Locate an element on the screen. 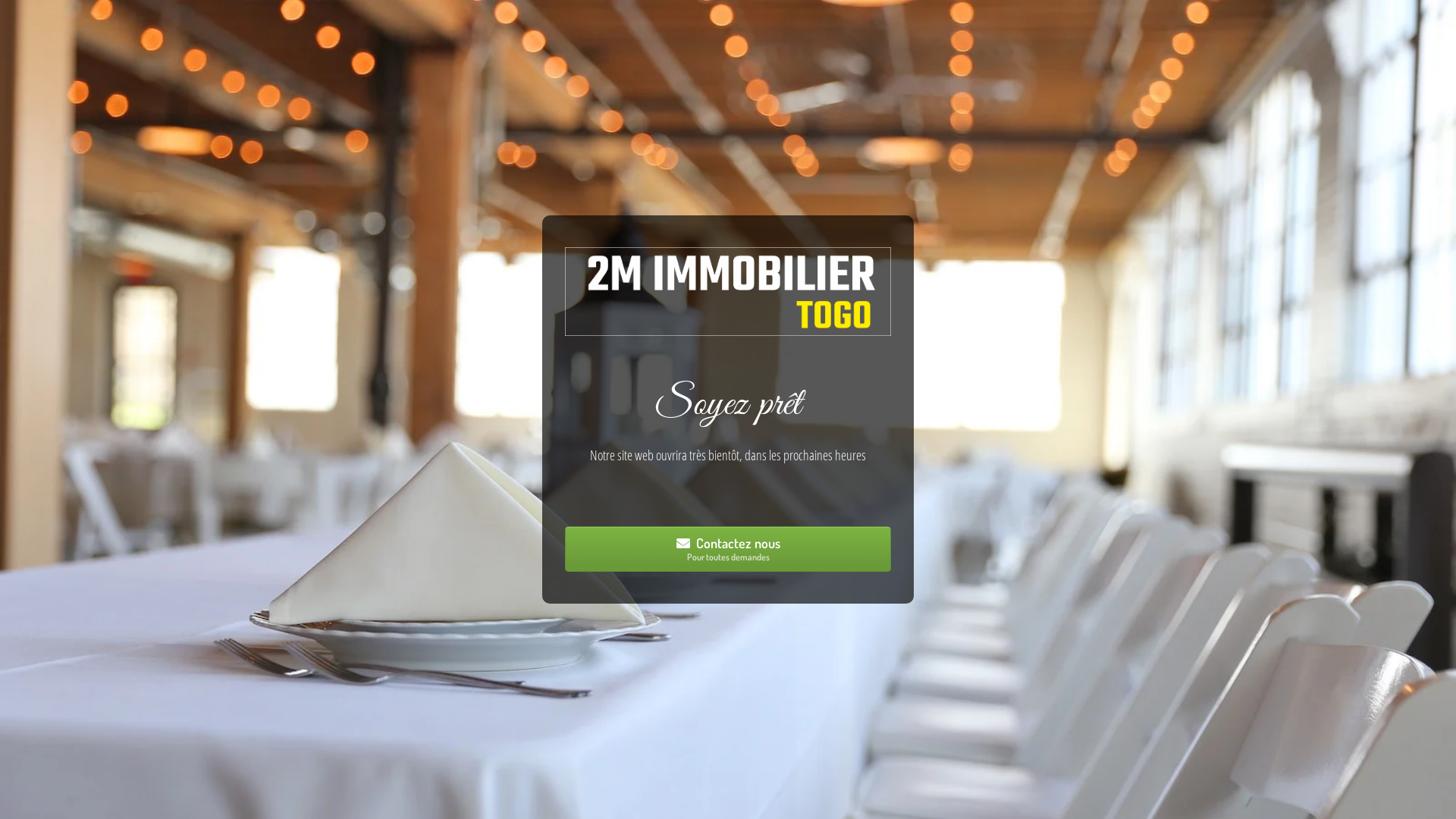 The width and height of the screenshot is (1456, 819). 'Contactez nous is located at coordinates (728, 549).